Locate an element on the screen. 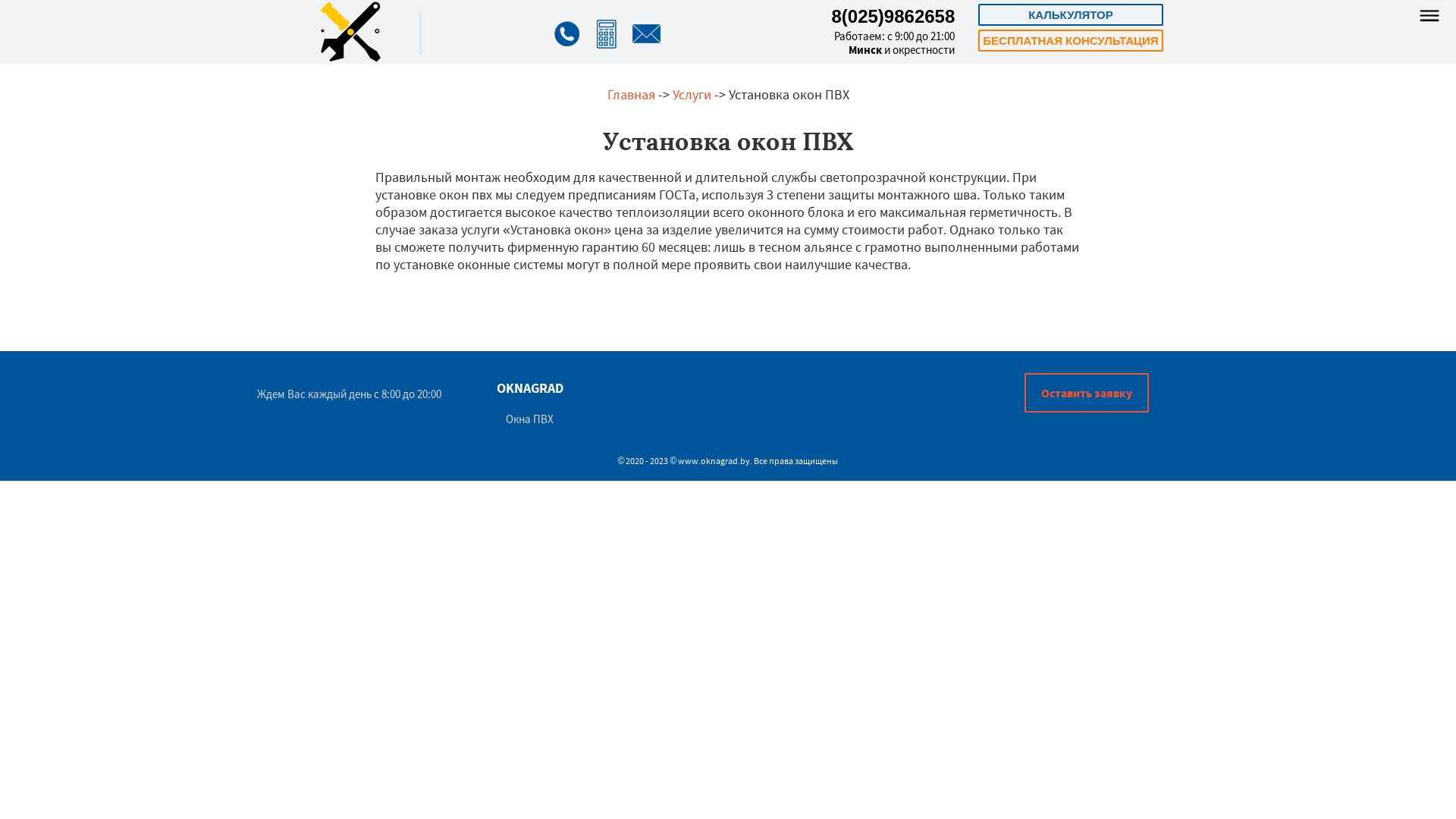 The height and width of the screenshot is (819, 1456). '8(025)9862658' is located at coordinates (893, 16).